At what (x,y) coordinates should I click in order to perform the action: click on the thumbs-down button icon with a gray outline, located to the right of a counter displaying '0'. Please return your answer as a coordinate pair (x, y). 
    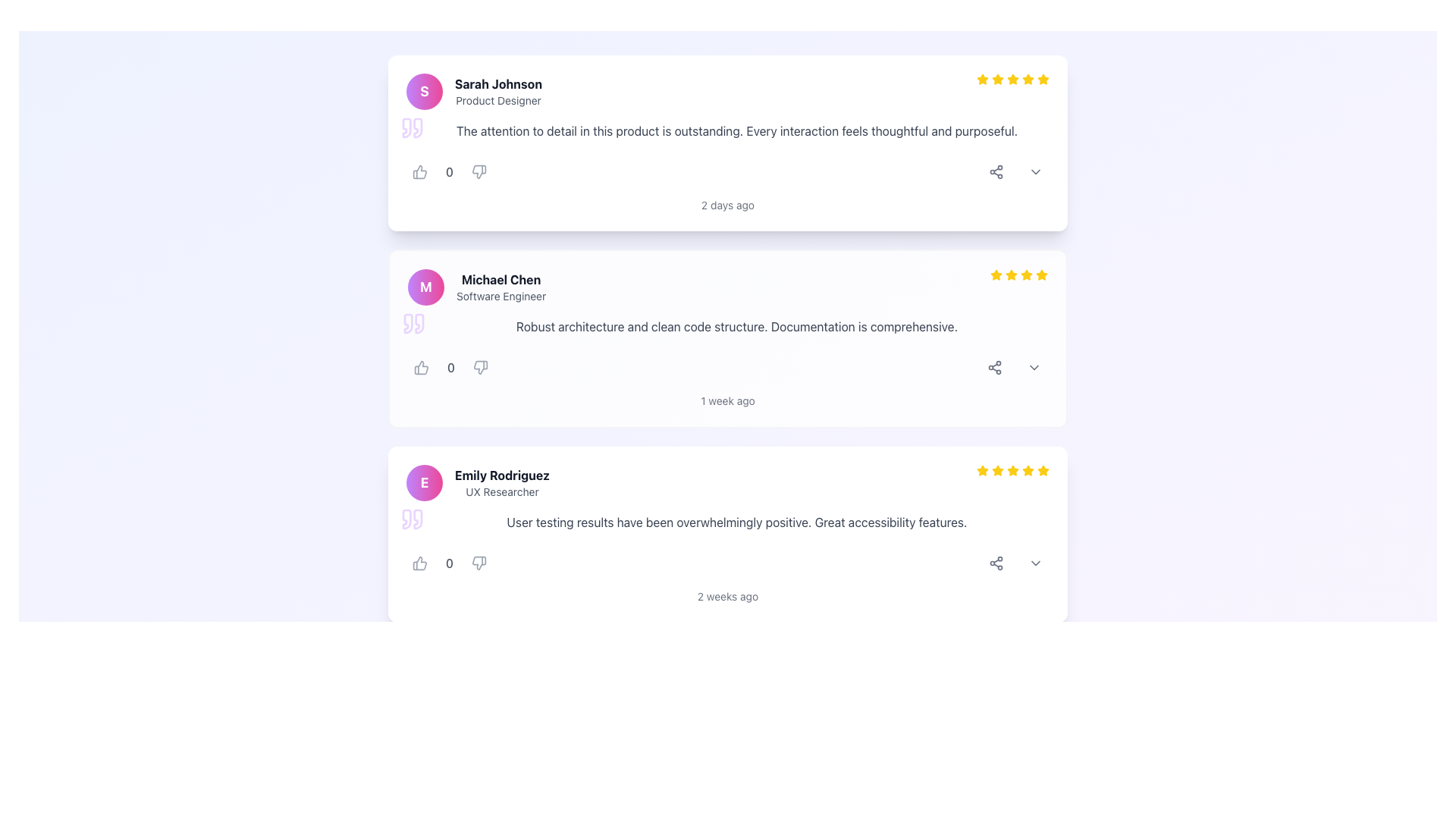
    Looking at the image, I should click on (479, 171).